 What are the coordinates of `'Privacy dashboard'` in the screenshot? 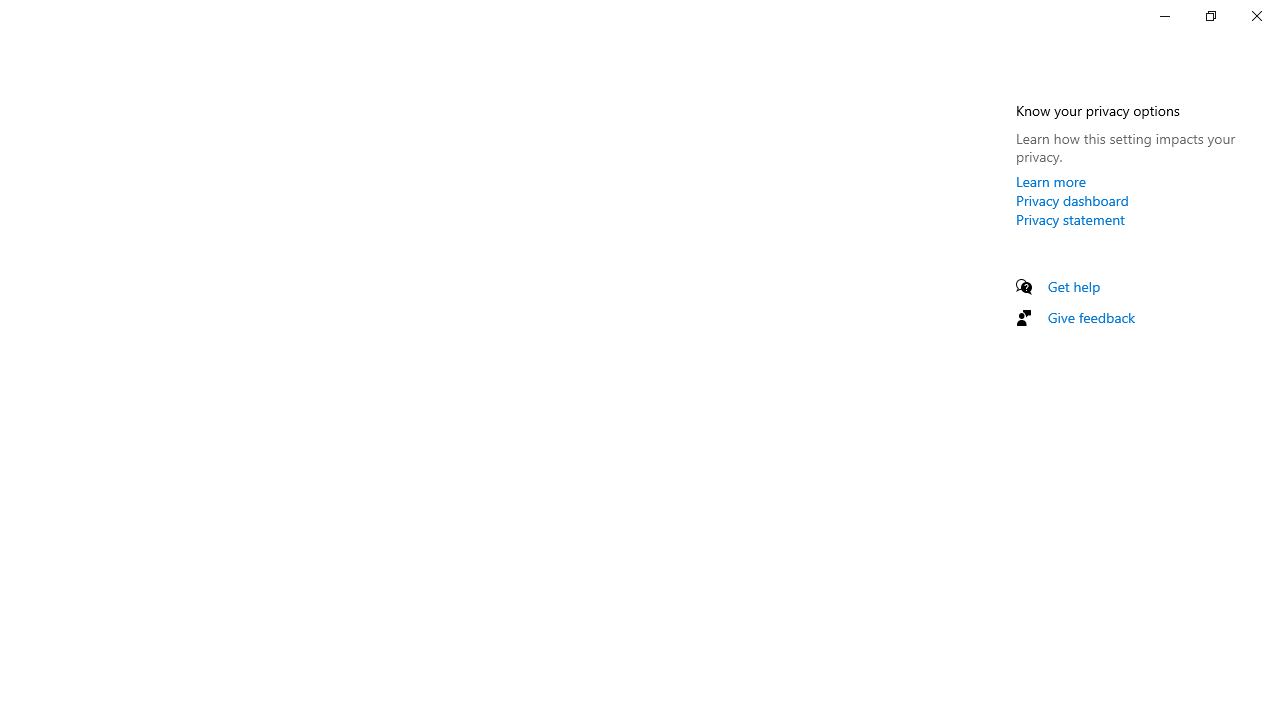 It's located at (1071, 200).